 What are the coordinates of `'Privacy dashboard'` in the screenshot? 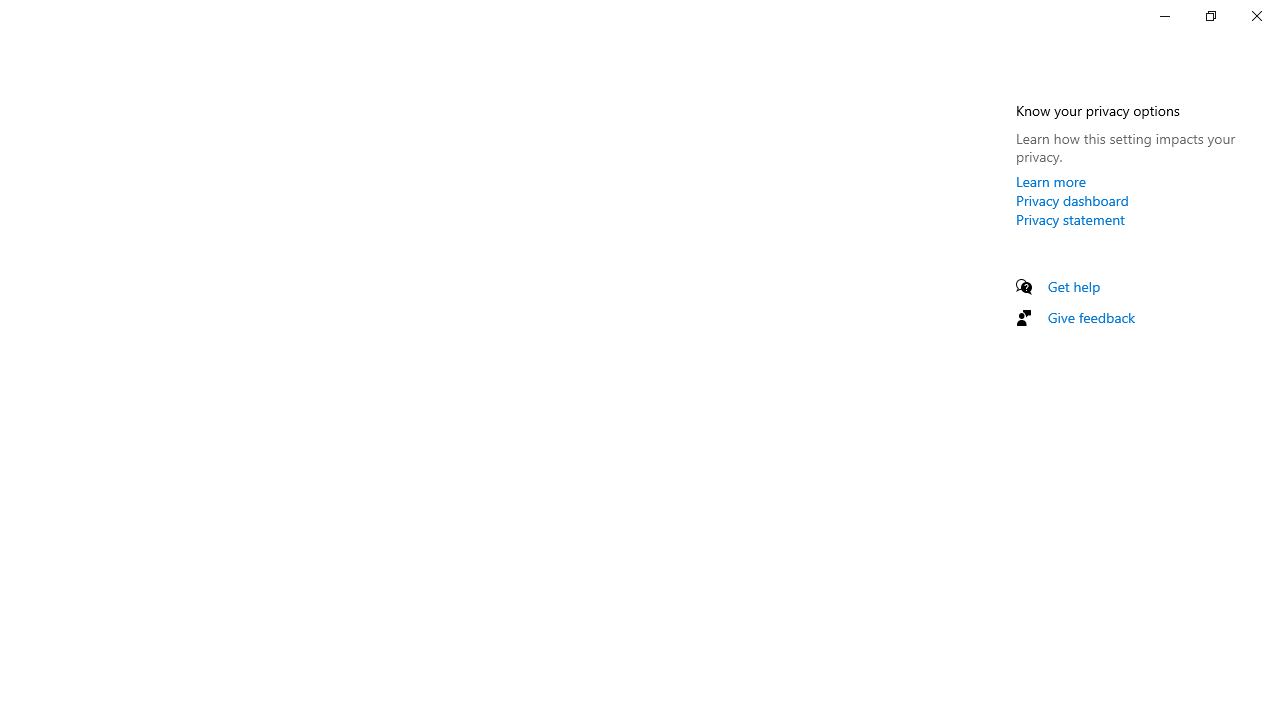 It's located at (1071, 200).